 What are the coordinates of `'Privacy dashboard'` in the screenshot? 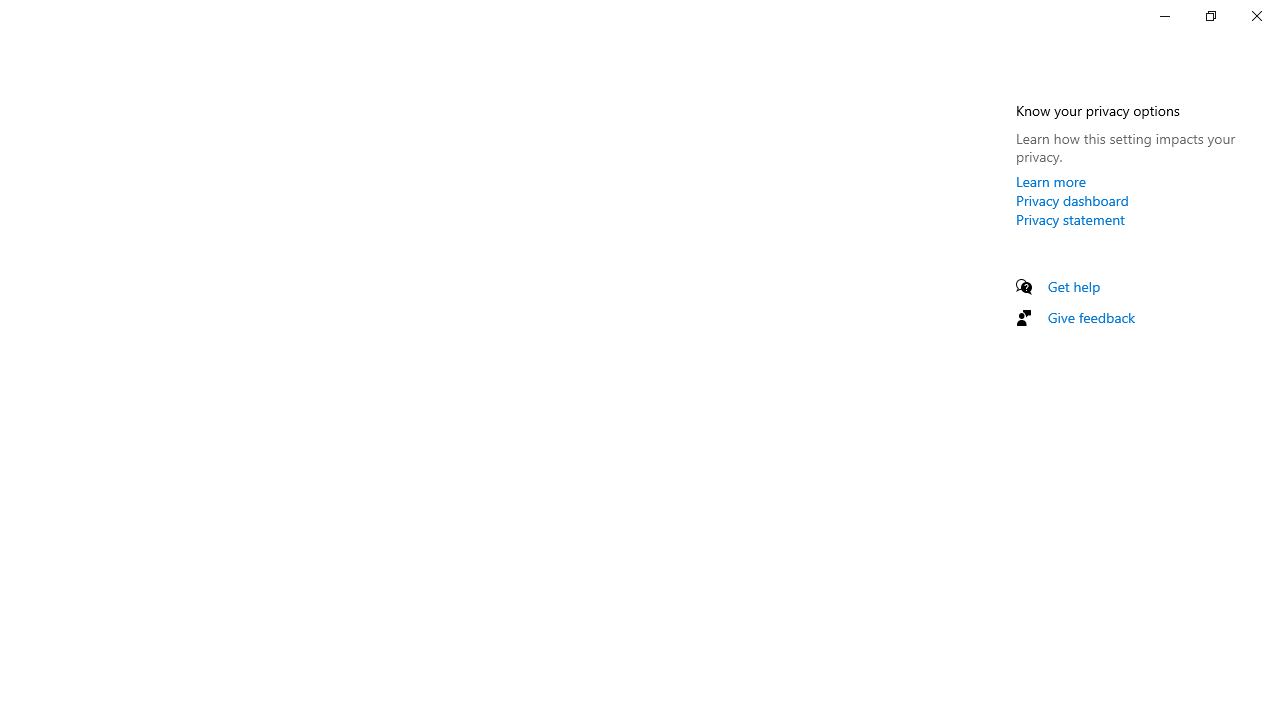 It's located at (1071, 200).